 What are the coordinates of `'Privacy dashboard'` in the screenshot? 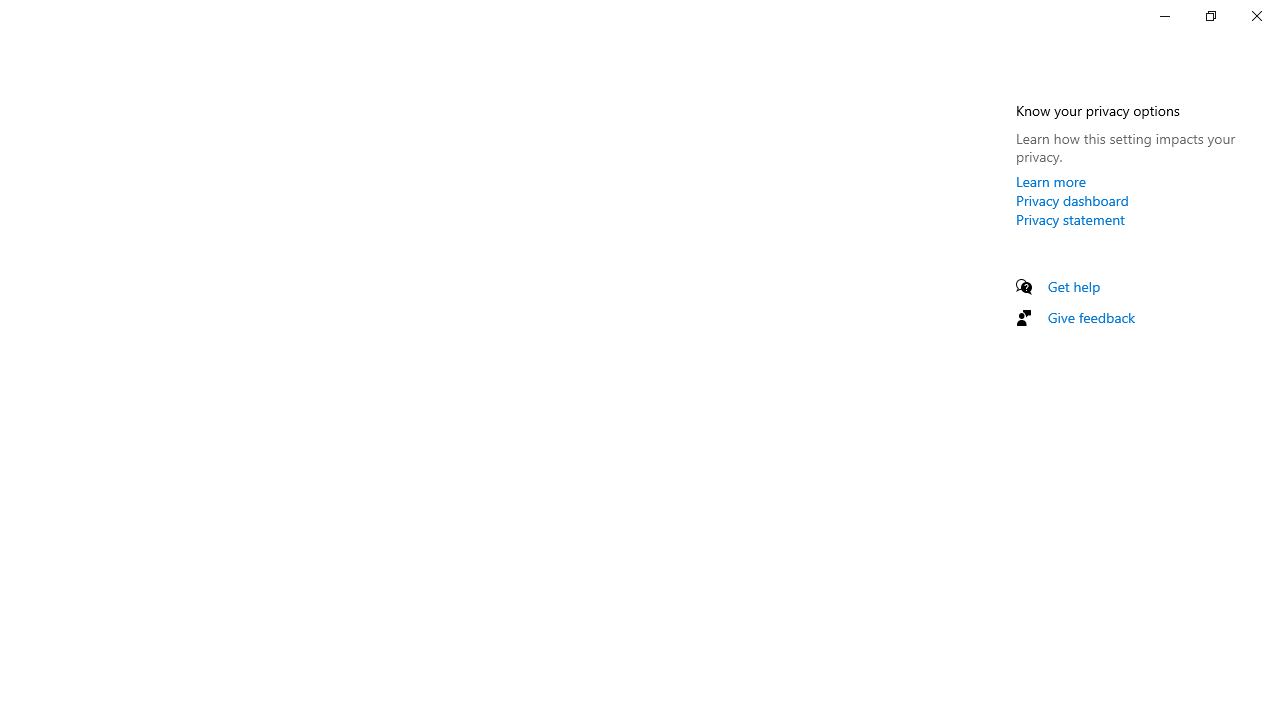 It's located at (1071, 200).